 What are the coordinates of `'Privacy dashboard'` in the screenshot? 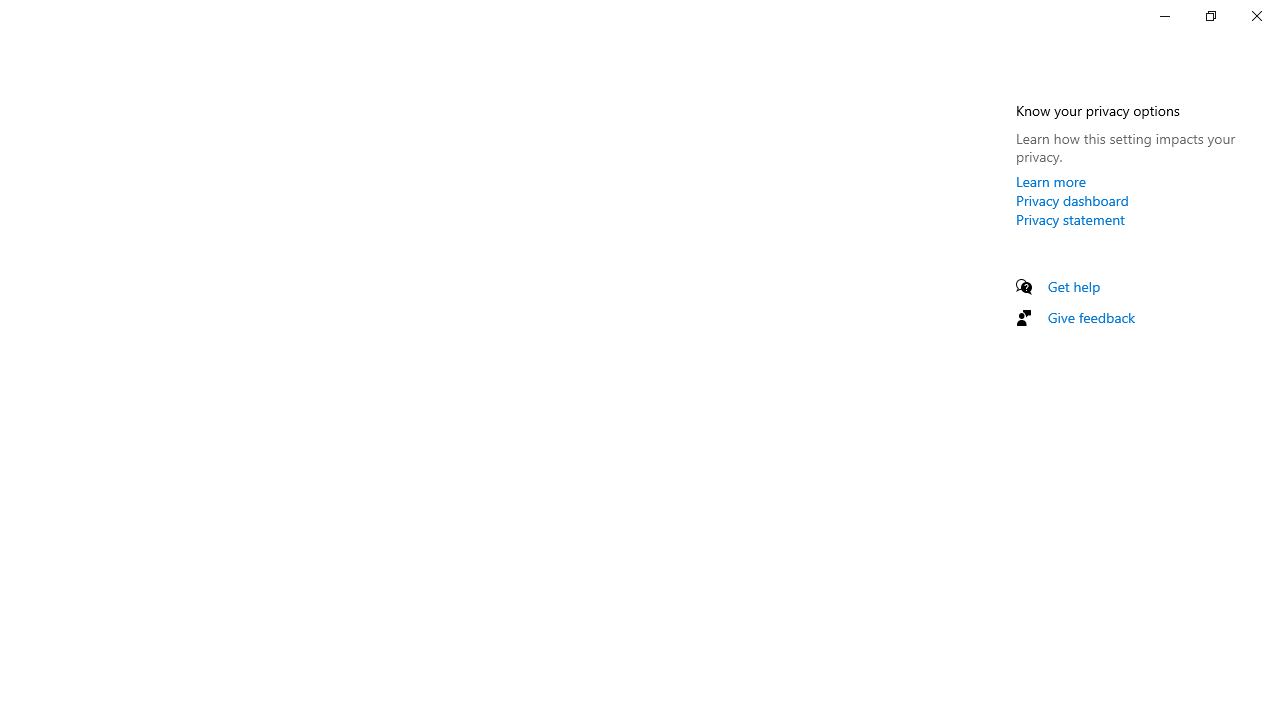 It's located at (1071, 200).